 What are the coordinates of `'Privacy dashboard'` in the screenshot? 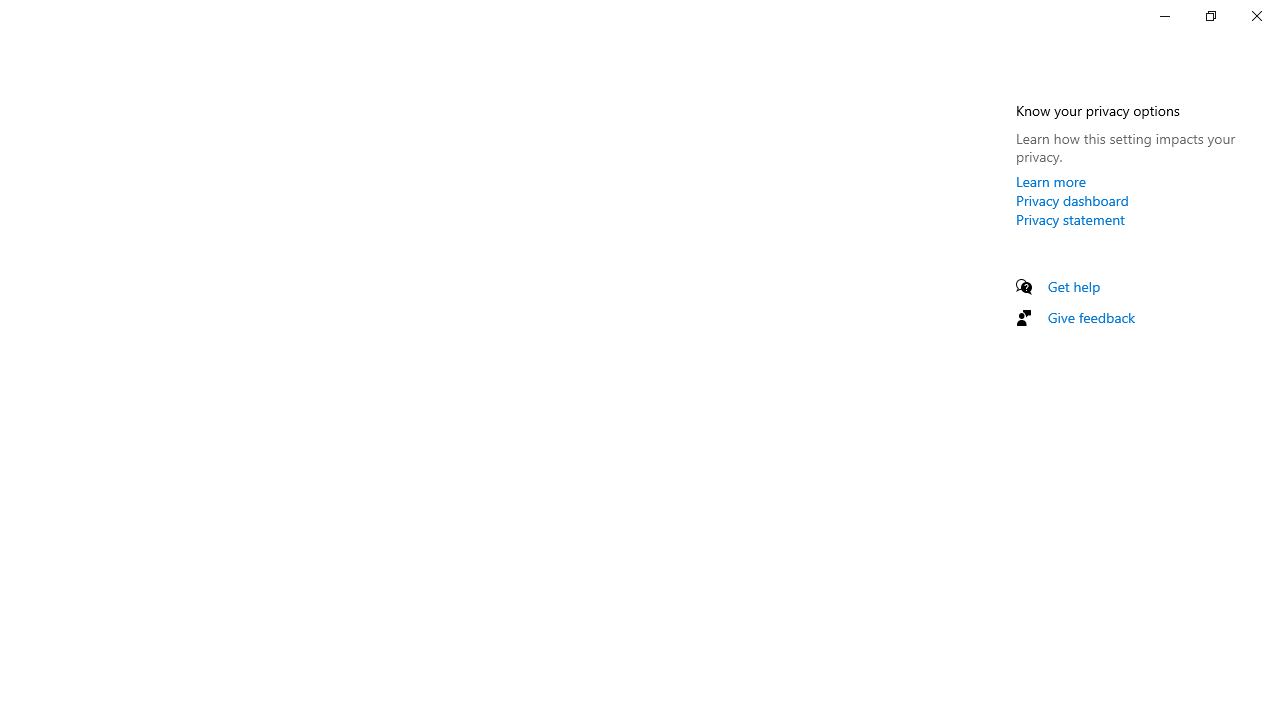 It's located at (1071, 200).